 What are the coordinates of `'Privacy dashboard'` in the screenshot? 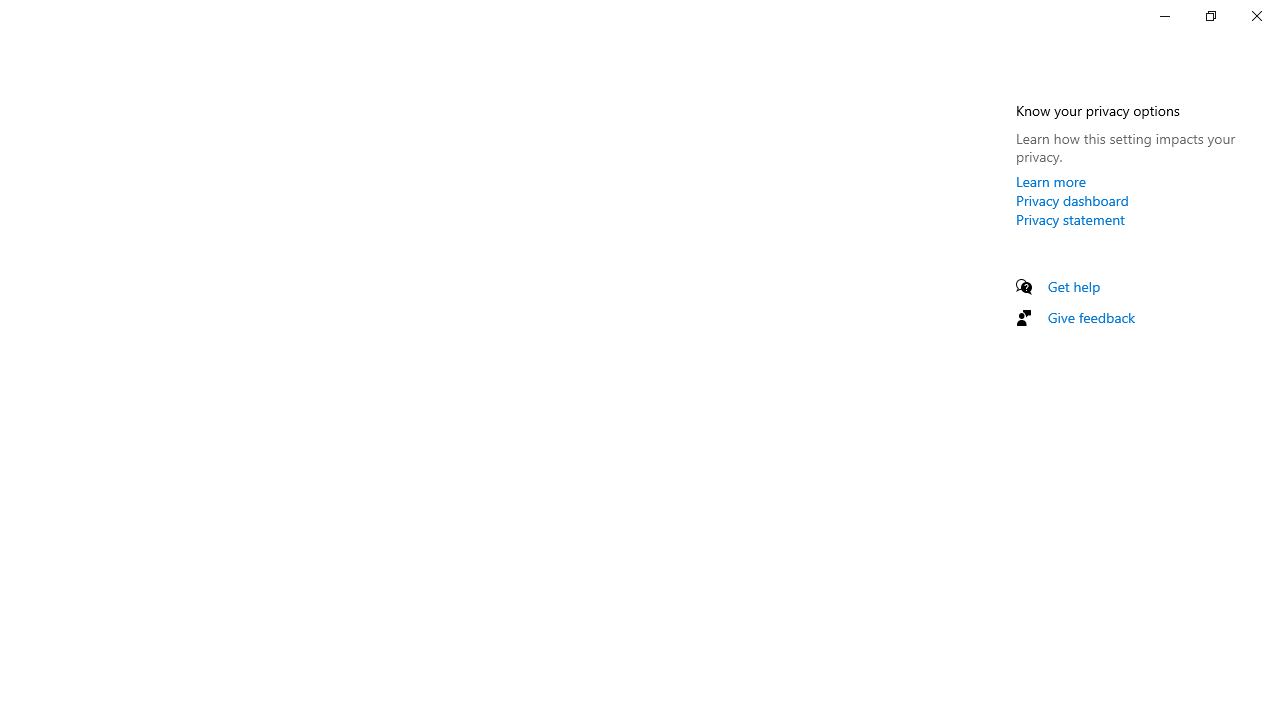 It's located at (1071, 200).